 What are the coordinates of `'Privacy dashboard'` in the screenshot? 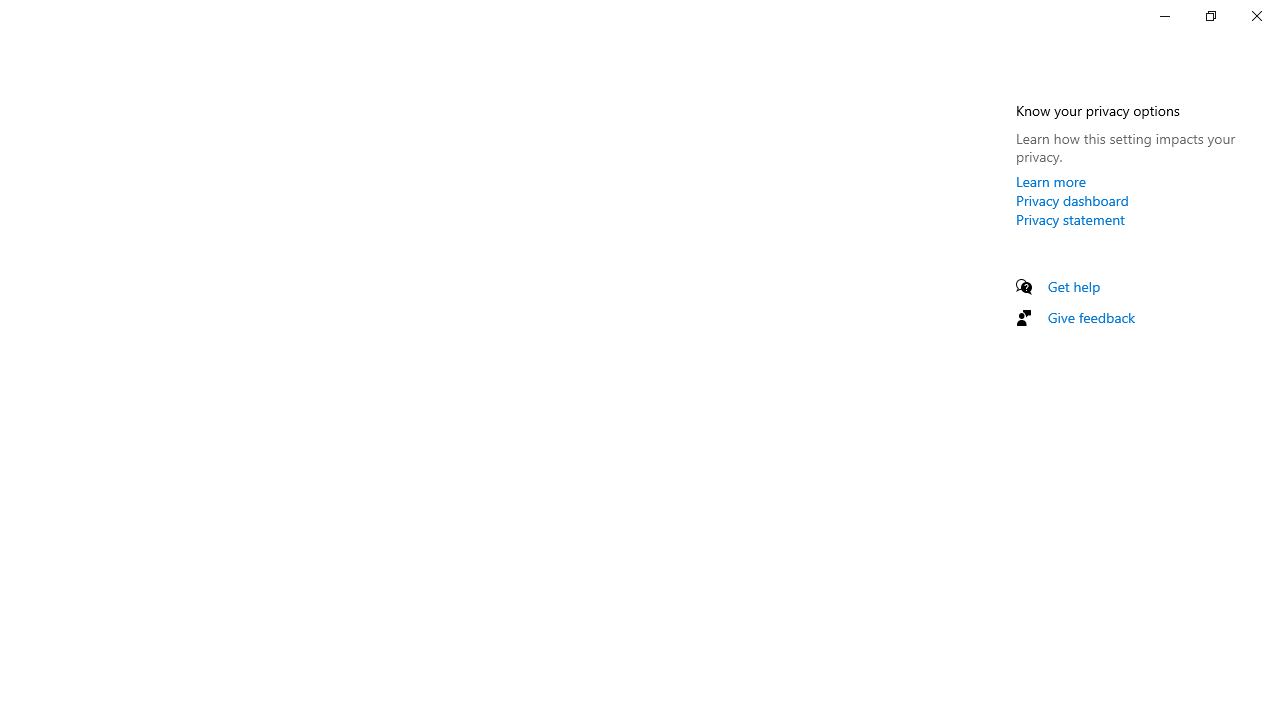 It's located at (1071, 200).